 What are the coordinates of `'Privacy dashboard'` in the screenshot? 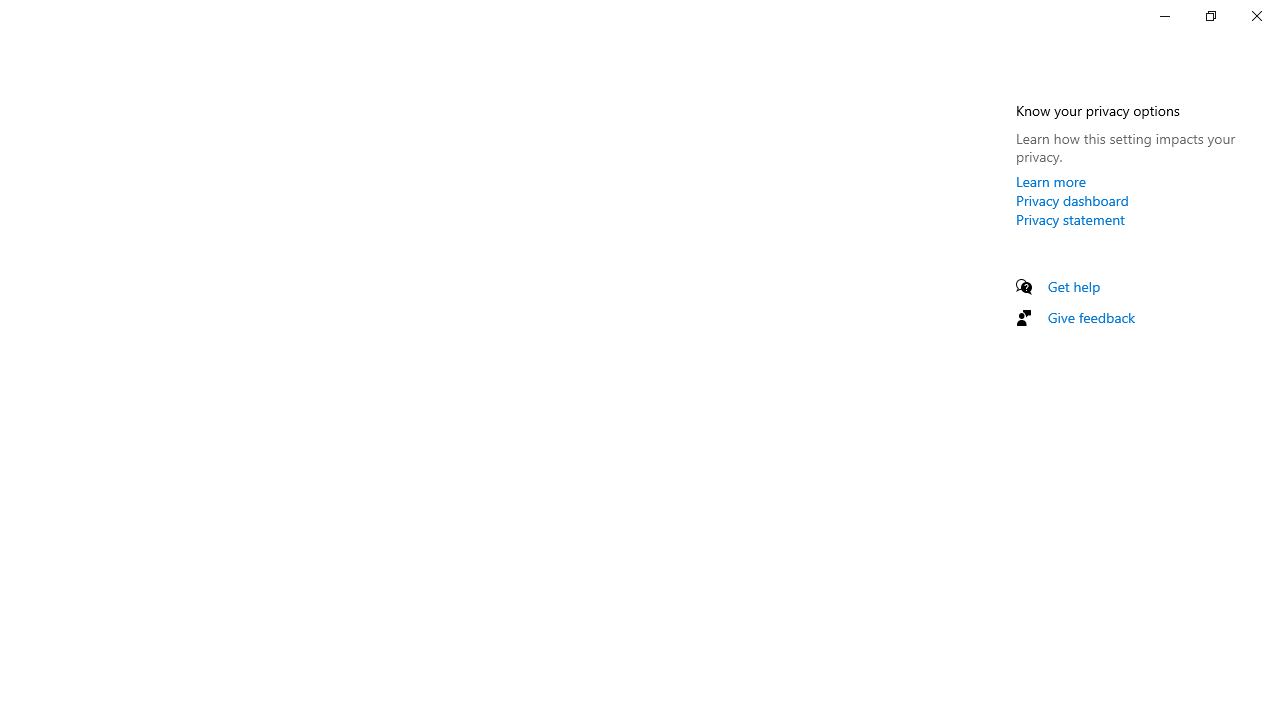 It's located at (1071, 200).